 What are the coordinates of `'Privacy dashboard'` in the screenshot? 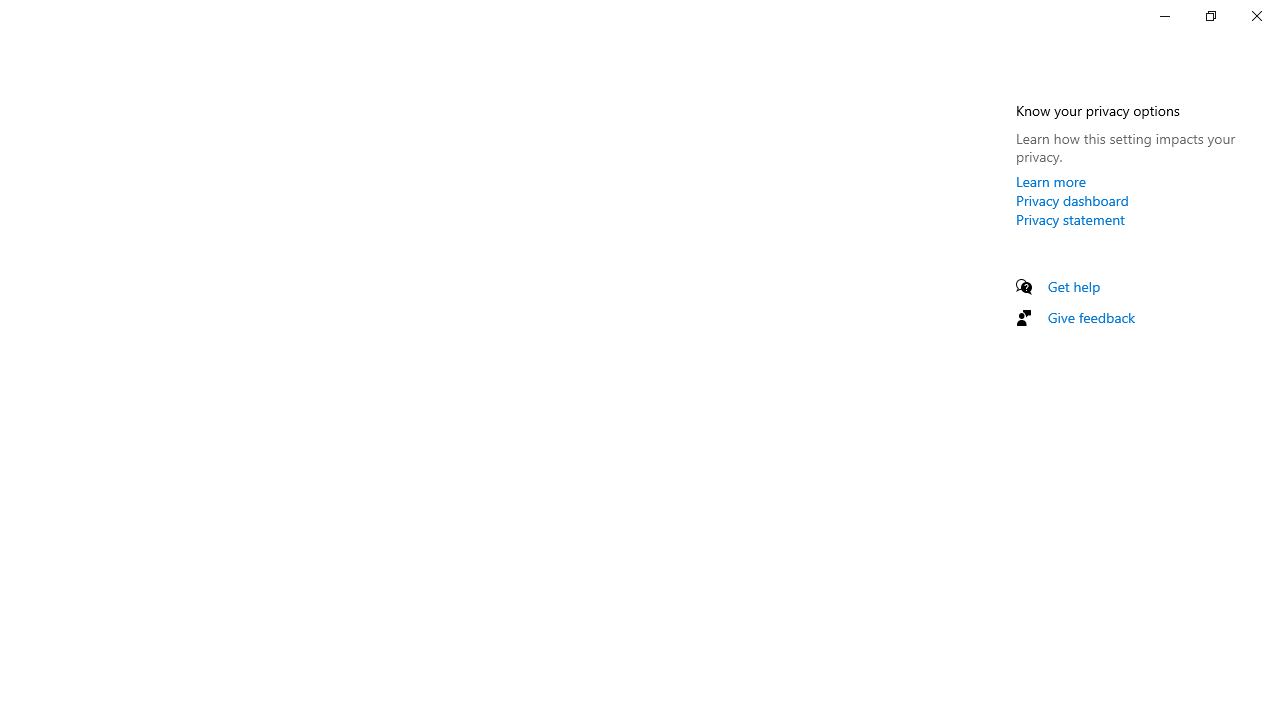 It's located at (1071, 200).